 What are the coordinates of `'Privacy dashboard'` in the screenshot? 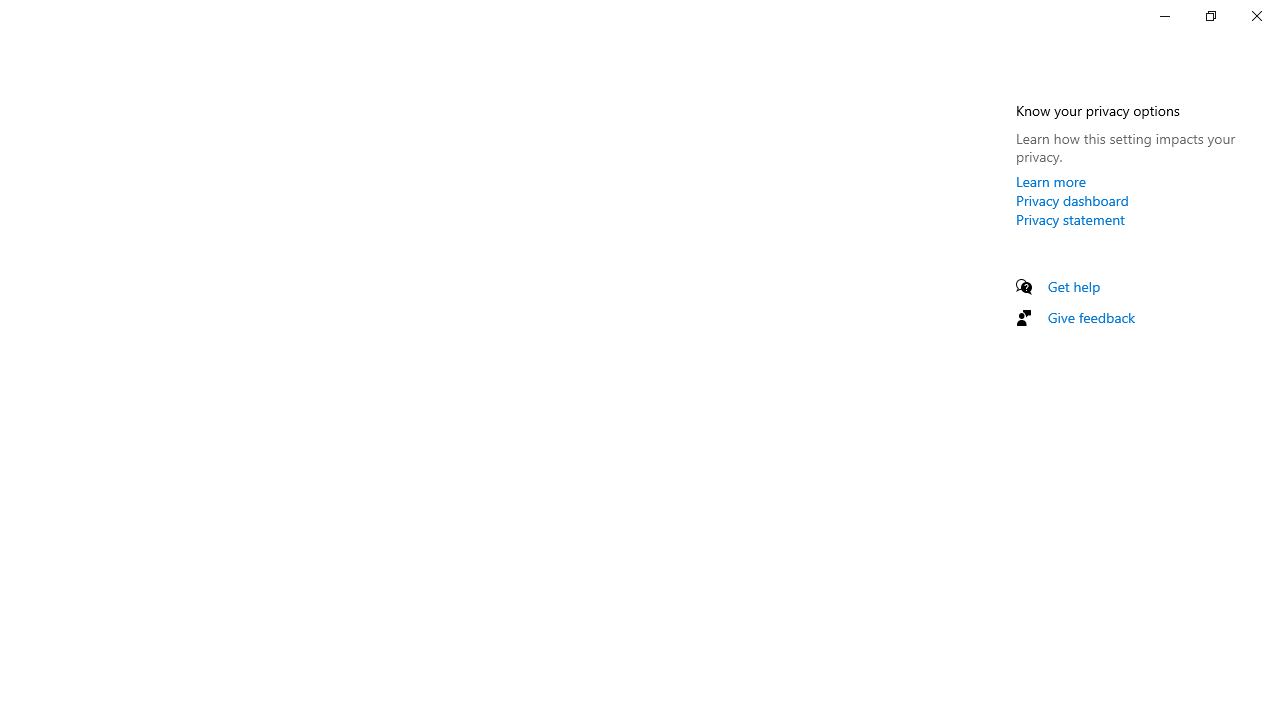 It's located at (1071, 200).